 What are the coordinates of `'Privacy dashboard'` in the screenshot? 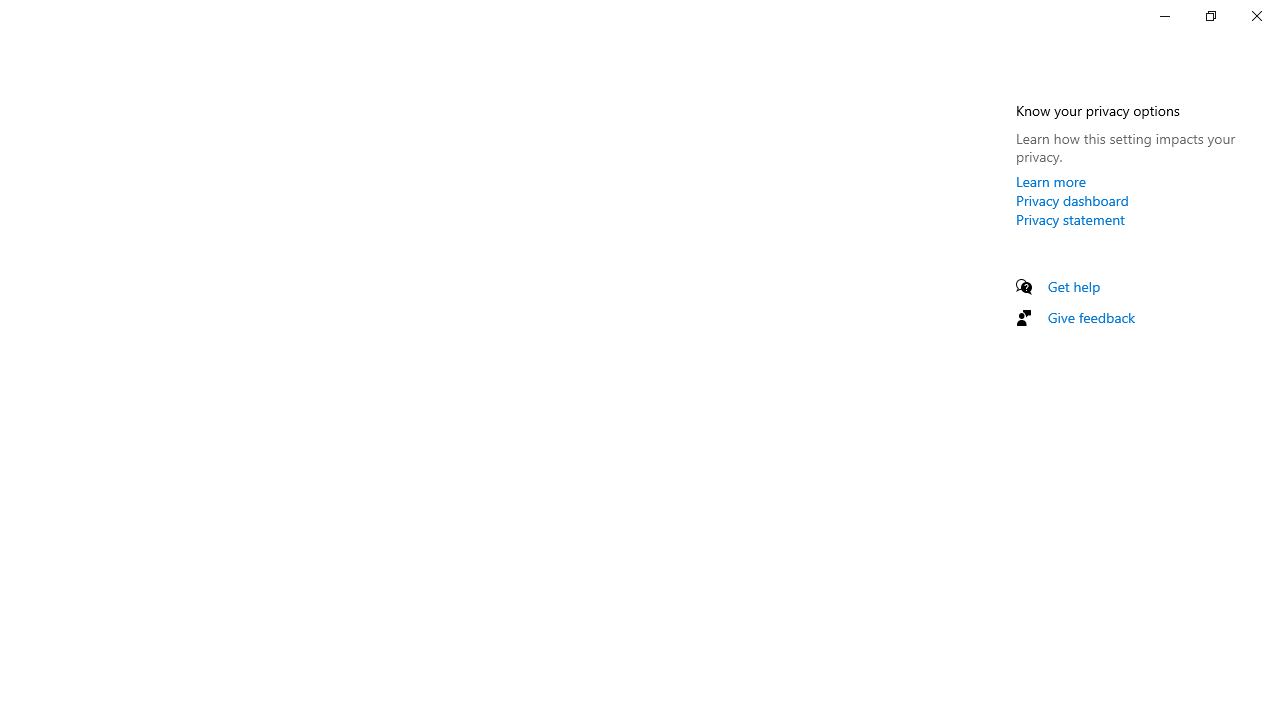 It's located at (1071, 200).